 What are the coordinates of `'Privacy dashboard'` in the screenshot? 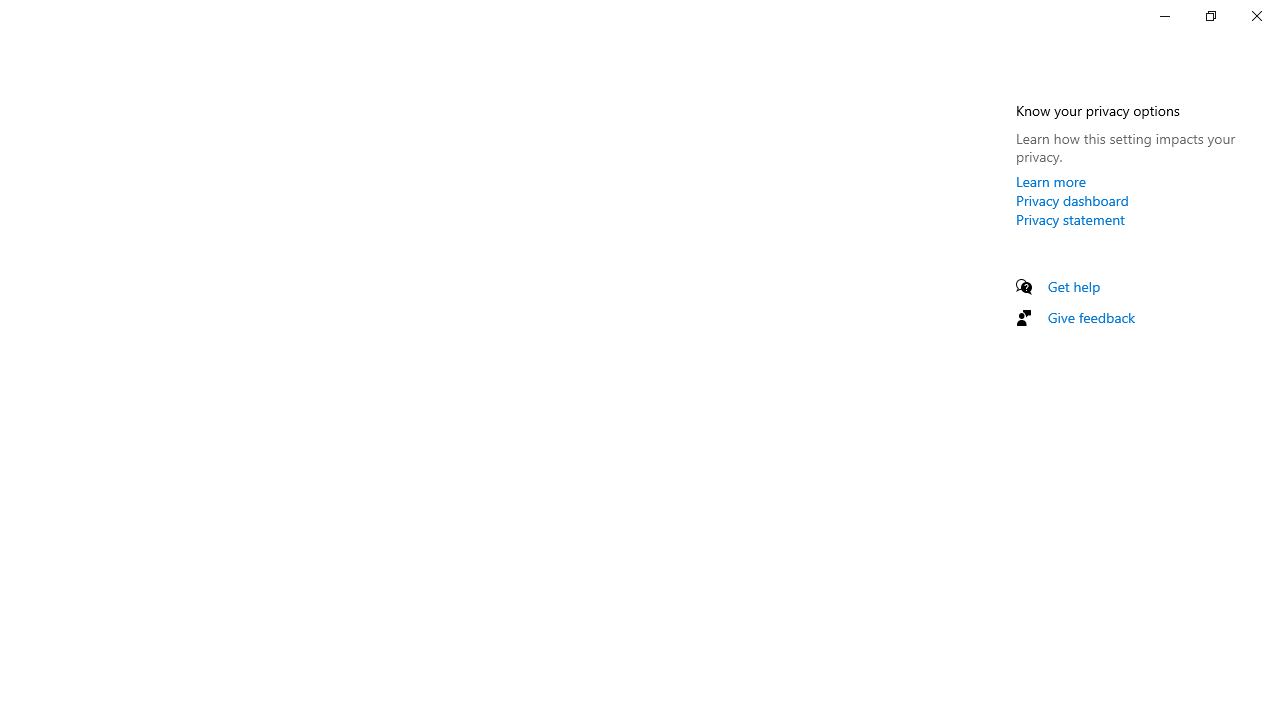 It's located at (1071, 200).